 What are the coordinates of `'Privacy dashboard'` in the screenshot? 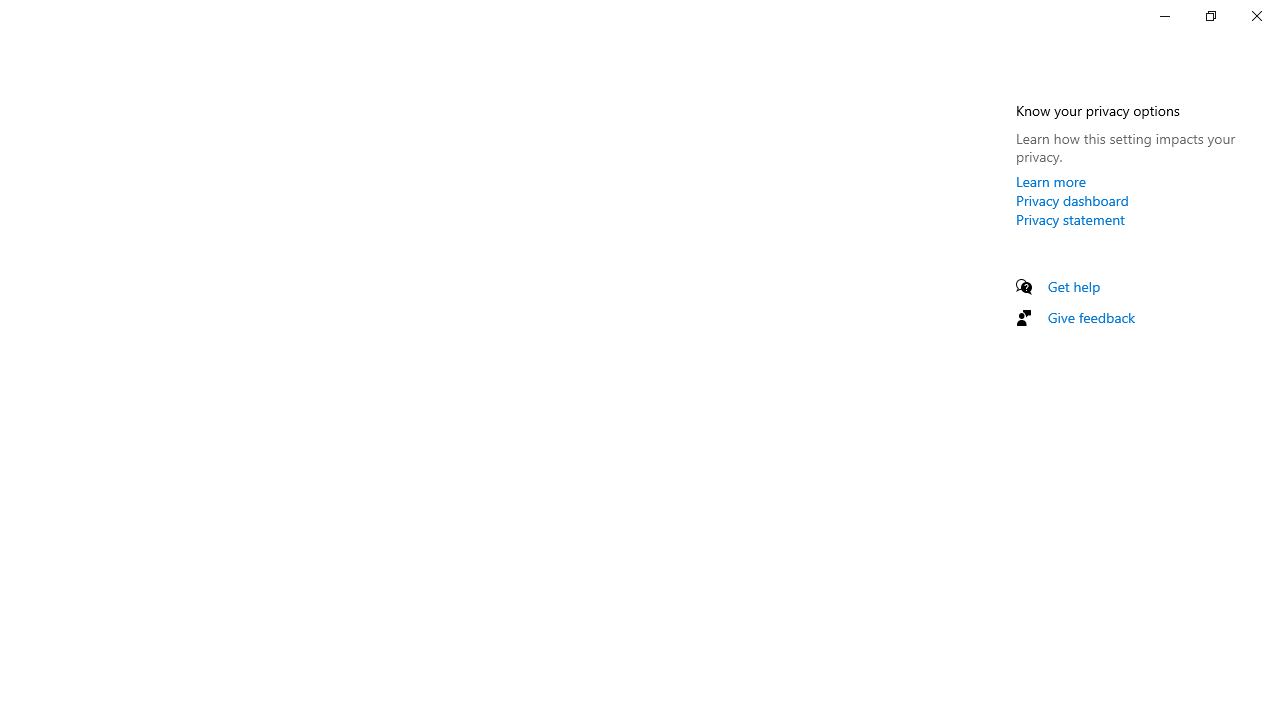 It's located at (1071, 200).